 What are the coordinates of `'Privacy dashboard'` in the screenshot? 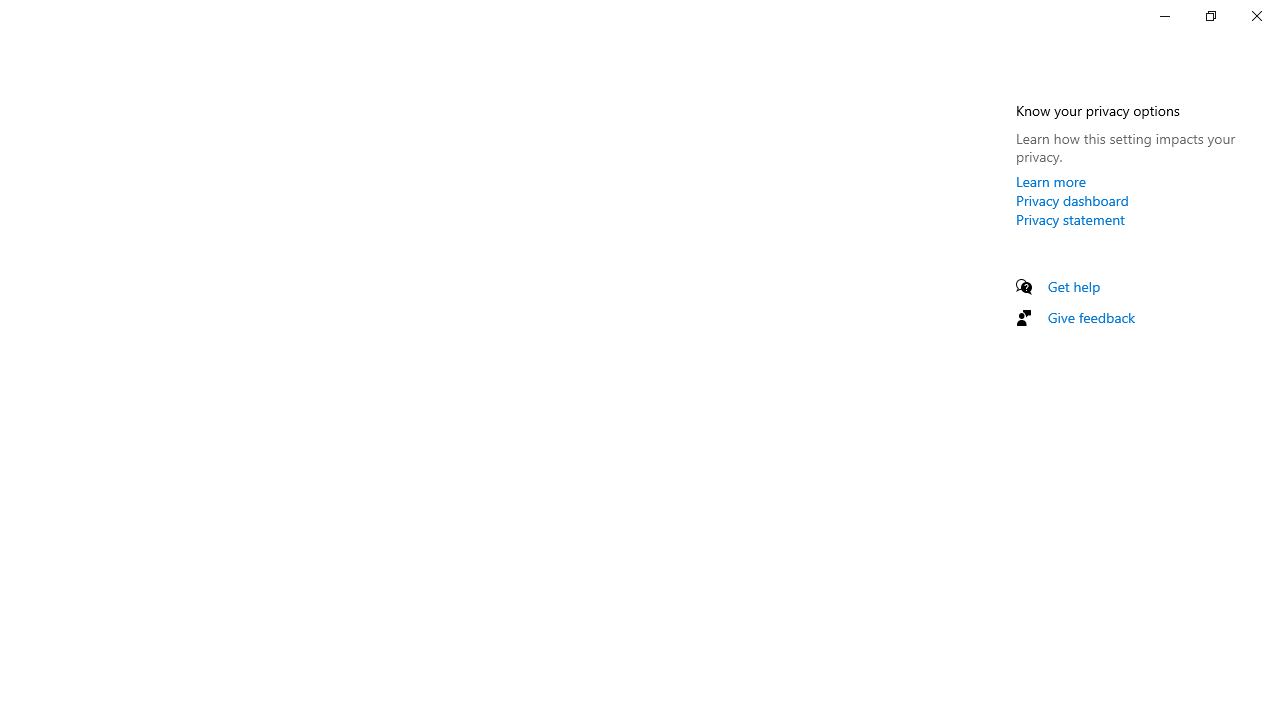 It's located at (1071, 200).